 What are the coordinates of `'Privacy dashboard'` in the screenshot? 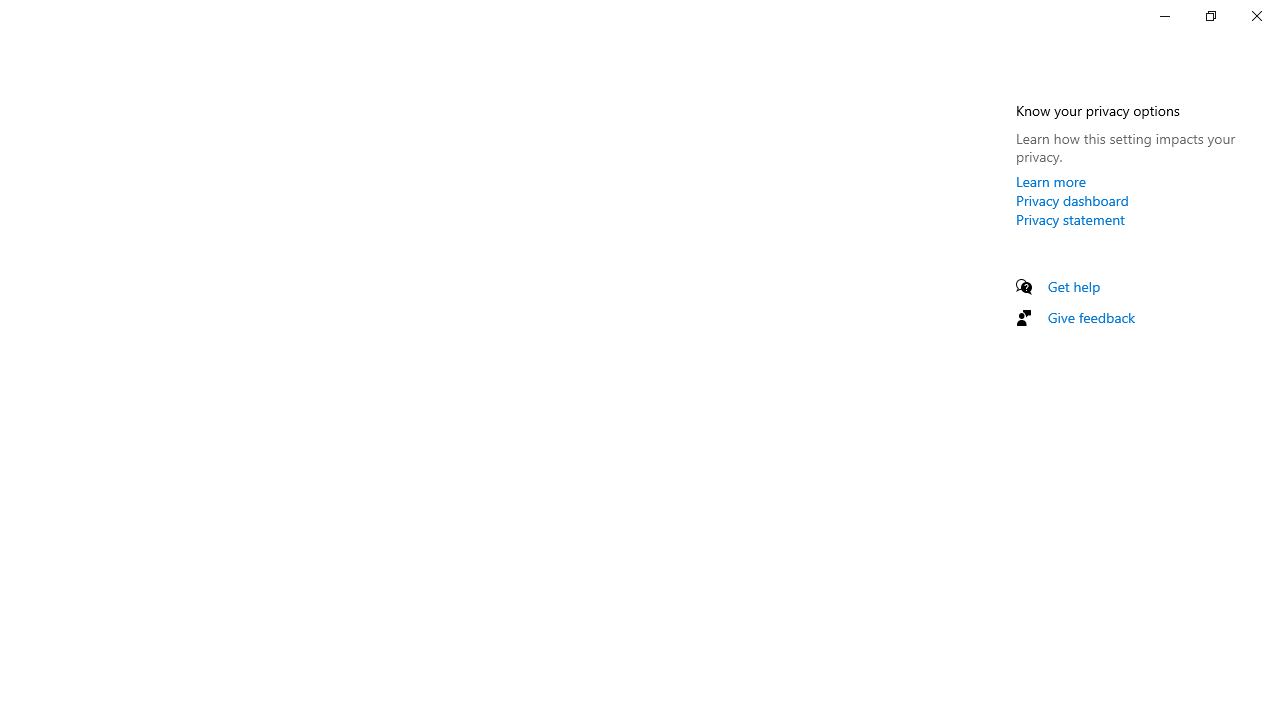 It's located at (1071, 200).